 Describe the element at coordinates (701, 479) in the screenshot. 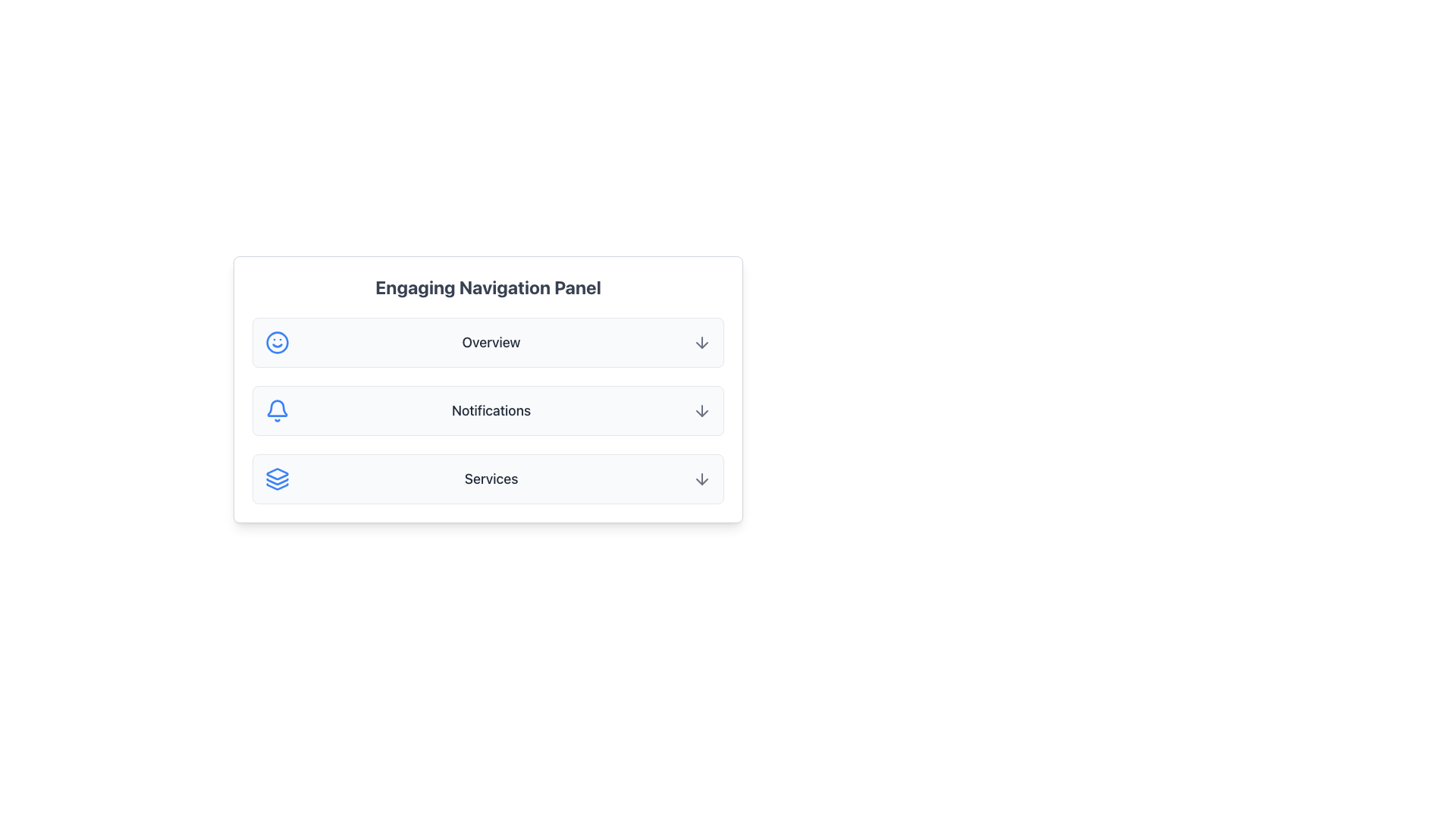

I see `the downward arrow icon in the 'Services' section for more details` at that location.